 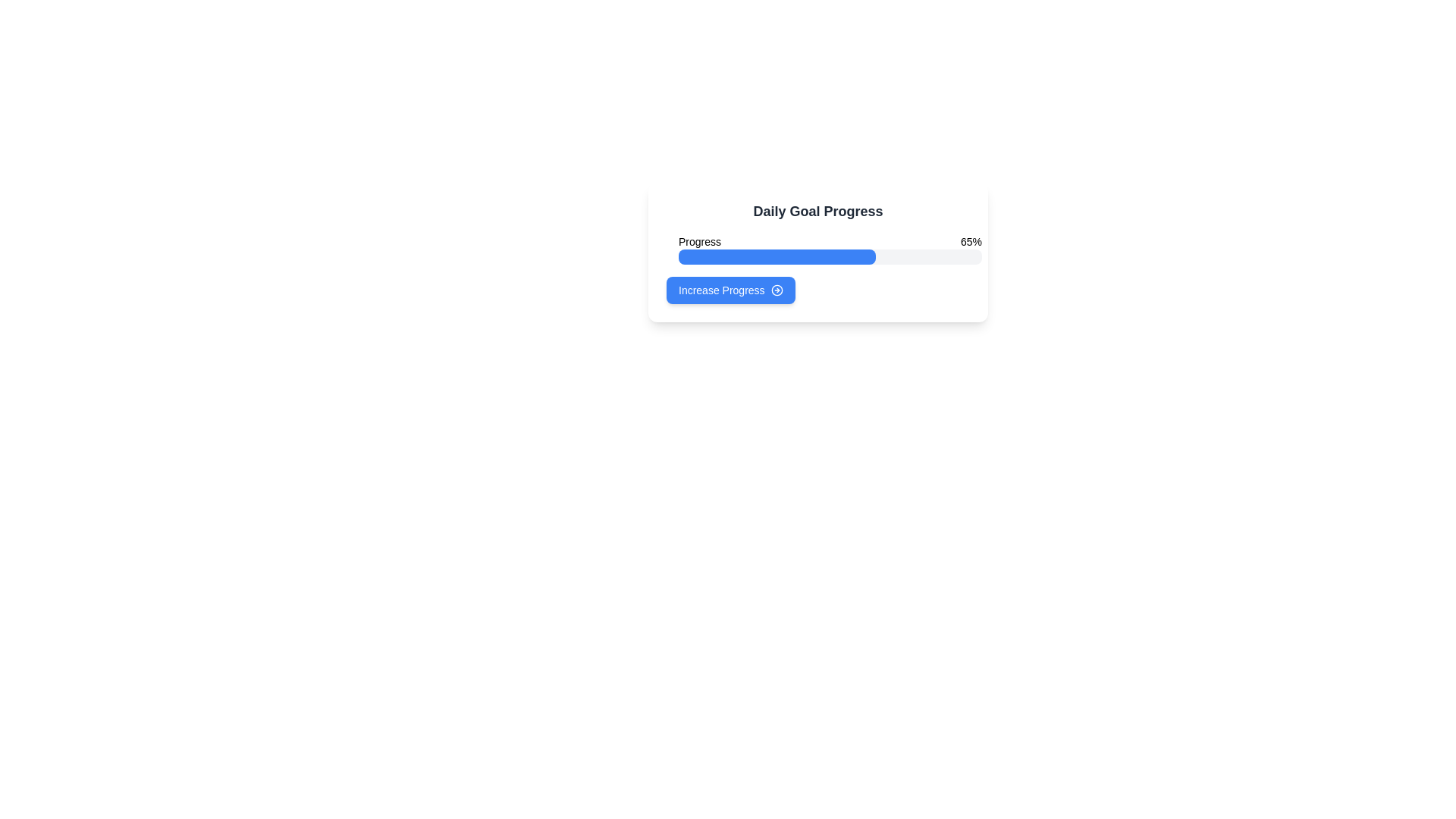 What do you see at coordinates (698, 241) in the screenshot?
I see `the Text label that describes the progress bar, located in the top left section of the 'Daily Goal Progress' card` at bounding box center [698, 241].